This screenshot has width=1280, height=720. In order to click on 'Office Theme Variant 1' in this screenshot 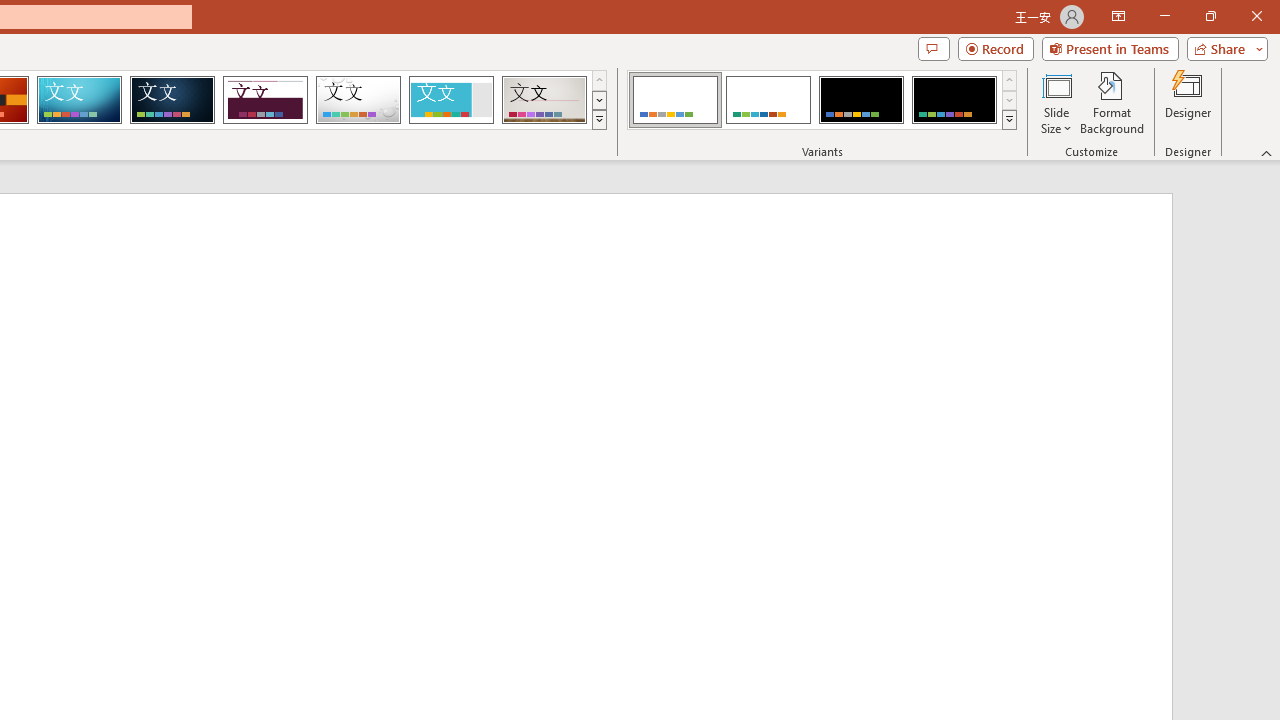, I will do `click(675, 100)`.